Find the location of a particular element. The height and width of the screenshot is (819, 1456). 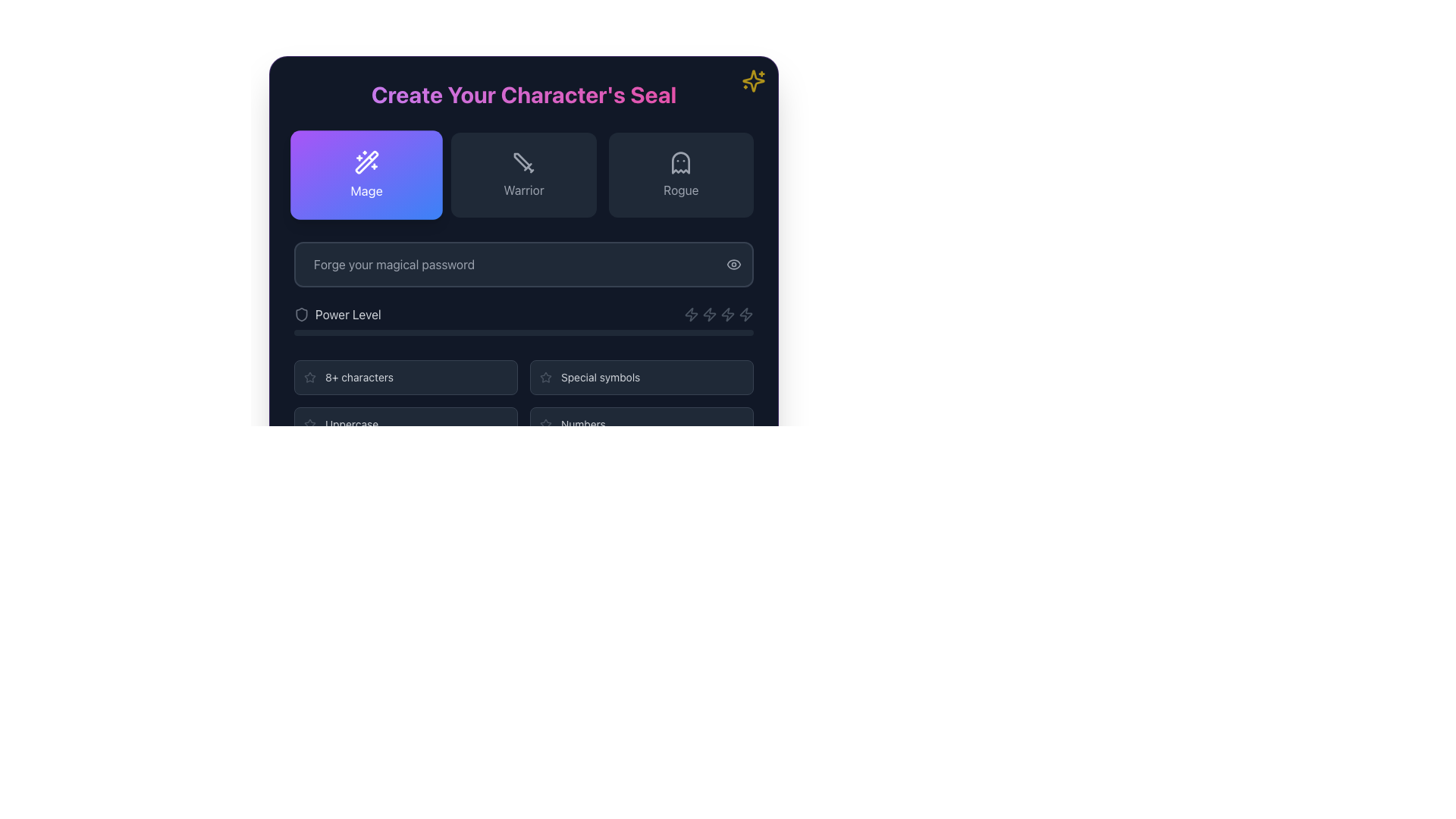

the progress bar is located at coordinates (689, 332).